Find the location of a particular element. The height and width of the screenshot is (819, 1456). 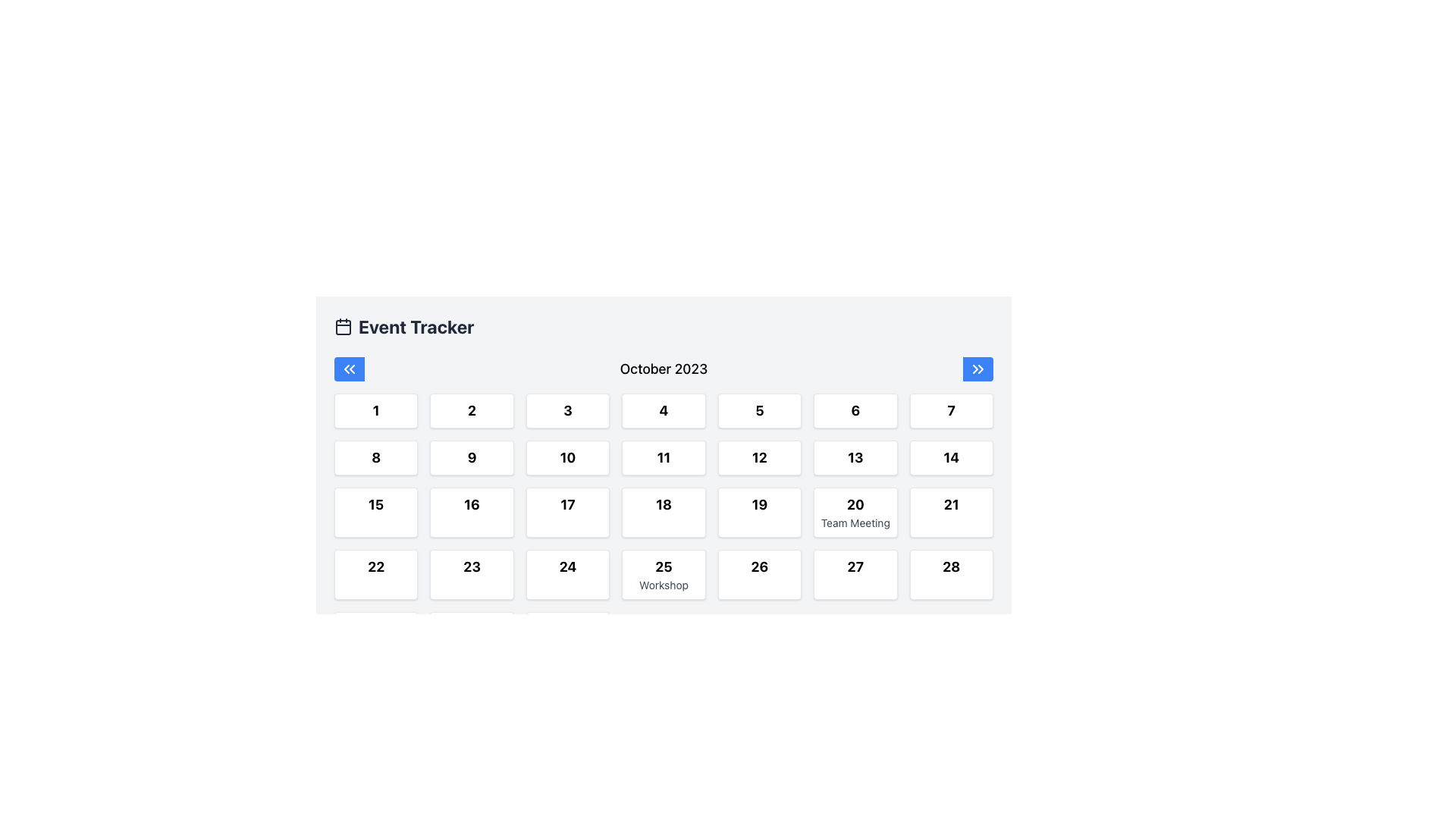

the specific cell is located at coordinates (664, 519).